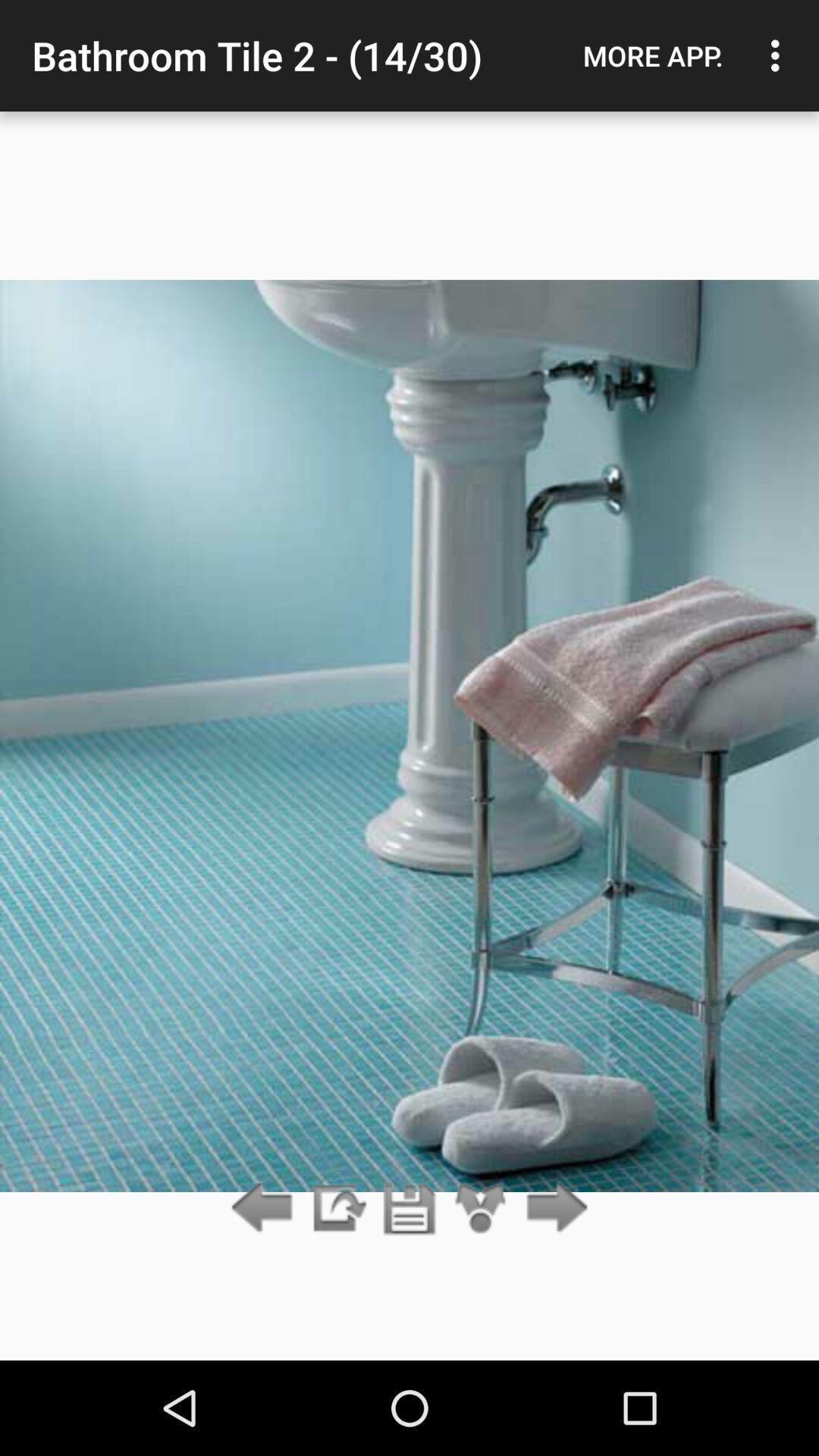 The width and height of the screenshot is (819, 1456). What do you see at coordinates (265, 1208) in the screenshot?
I see `the arrow_backward icon` at bounding box center [265, 1208].